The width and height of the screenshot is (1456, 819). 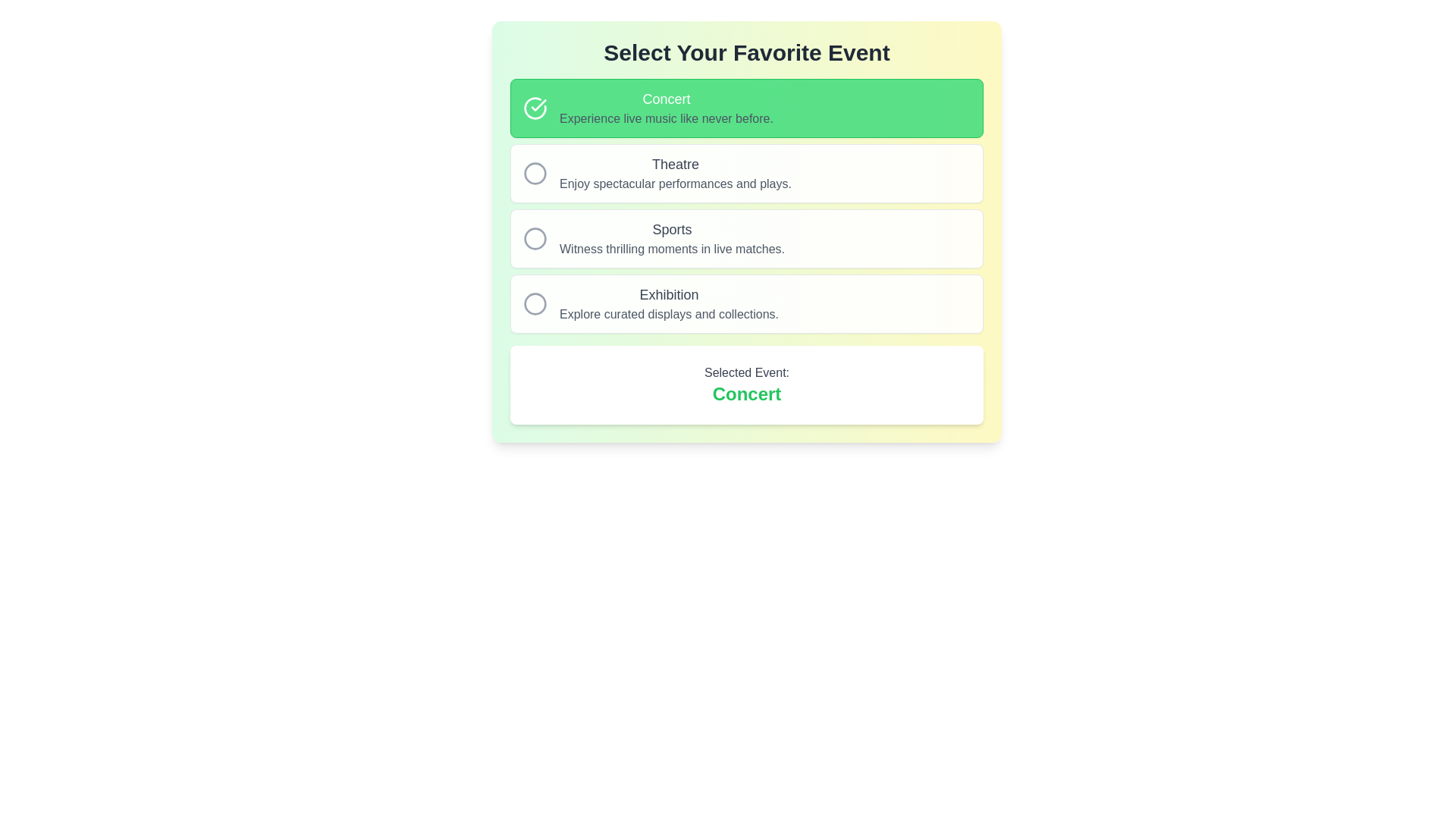 What do you see at coordinates (671, 230) in the screenshot?
I see `the 'Sports' text label which is a bold title located above a description text in a grouped section of event categories` at bounding box center [671, 230].